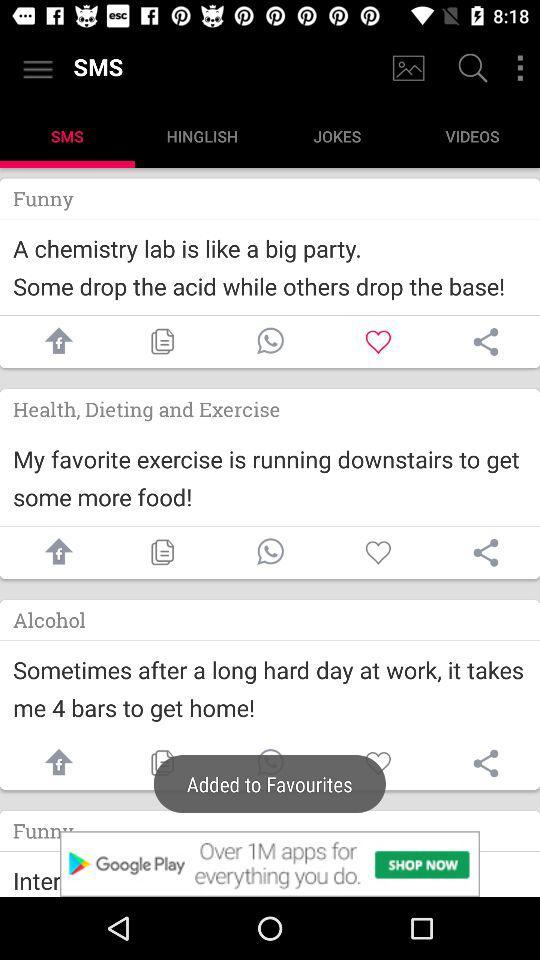 This screenshot has width=540, height=960. What do you see at coordinates (54, 762) in the screenshot?
I see `share the article` at bounding box center [54, 762].